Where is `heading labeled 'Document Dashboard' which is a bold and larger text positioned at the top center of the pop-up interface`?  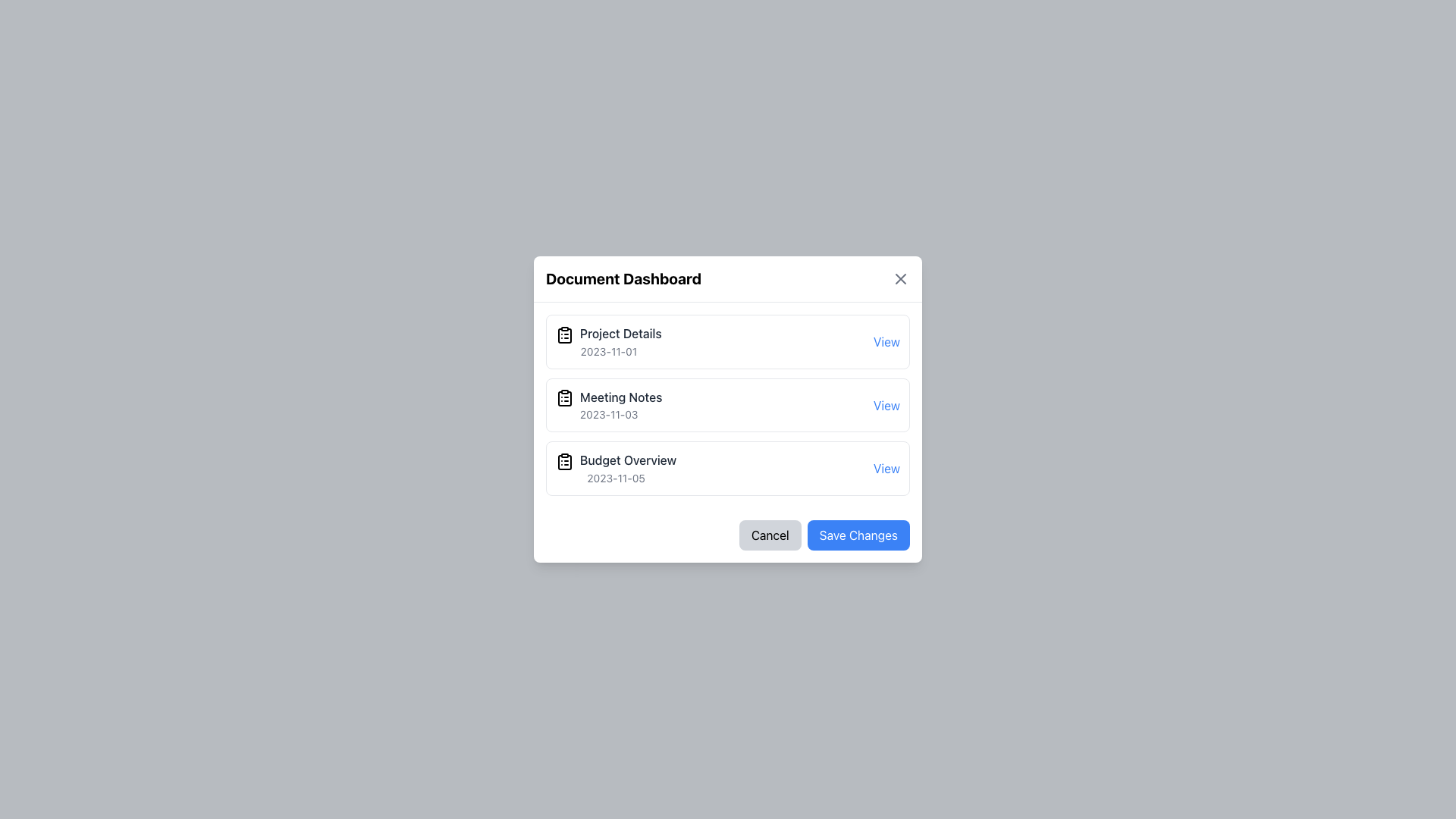 heading labeled 'Document Dashboard' which is a bold and larger text positioned at the top center of the pop-up interface is located at coordinates (623, 278).